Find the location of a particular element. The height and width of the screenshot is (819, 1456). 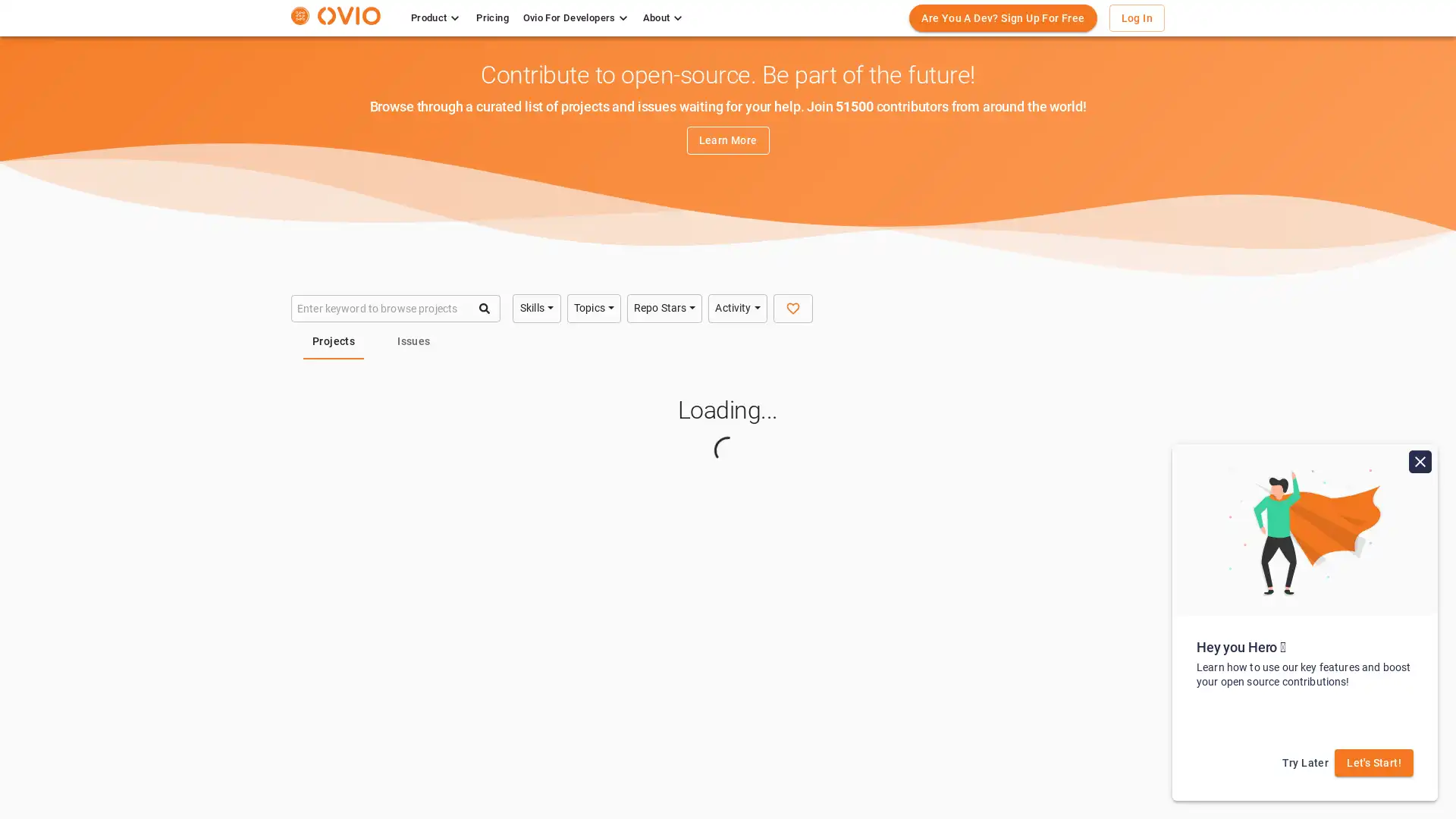

Product is located at coordinates (435, 17).